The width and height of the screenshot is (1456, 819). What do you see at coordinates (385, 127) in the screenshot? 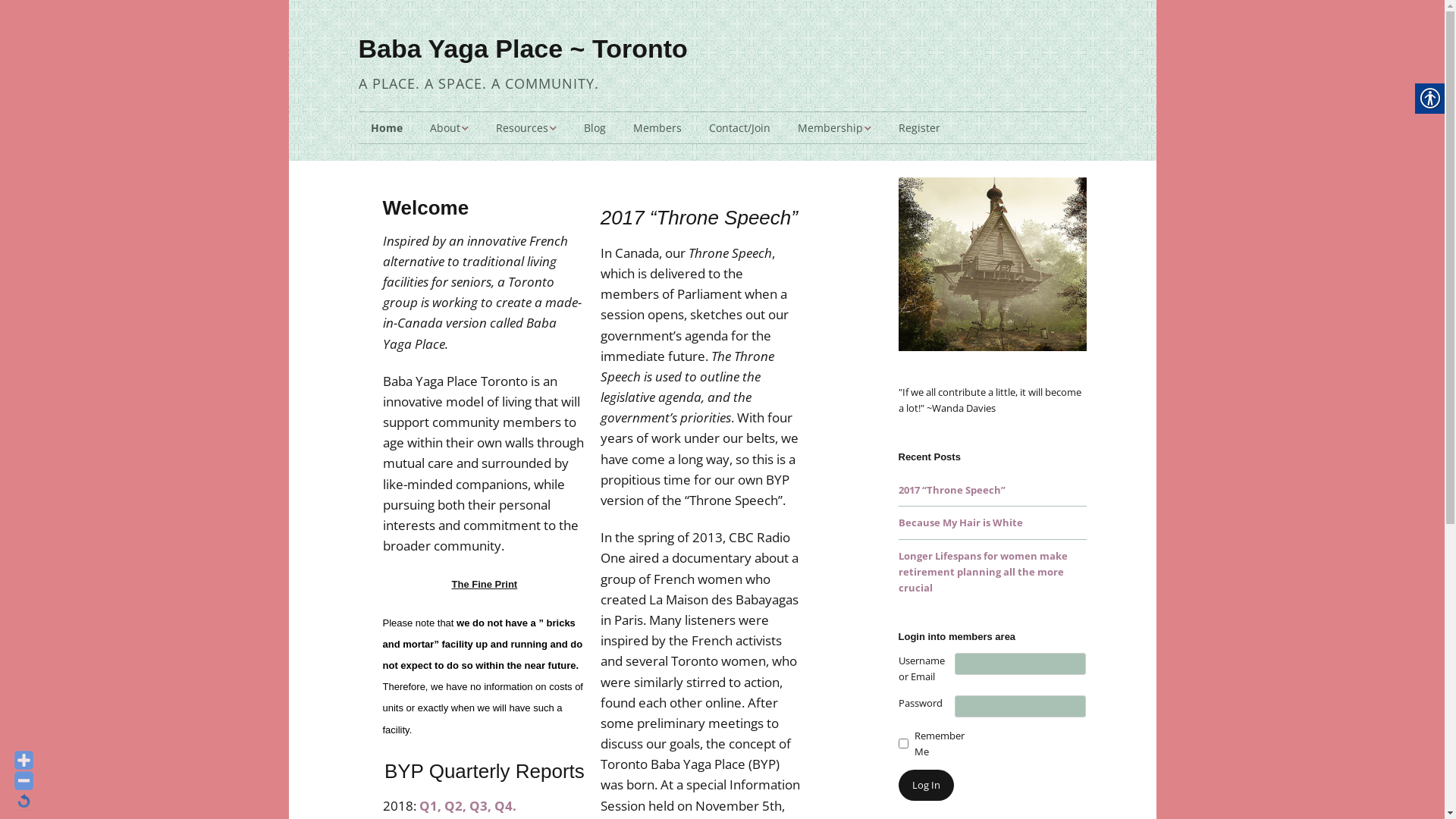
I see `'Home'` at bounding box center [385, 127].